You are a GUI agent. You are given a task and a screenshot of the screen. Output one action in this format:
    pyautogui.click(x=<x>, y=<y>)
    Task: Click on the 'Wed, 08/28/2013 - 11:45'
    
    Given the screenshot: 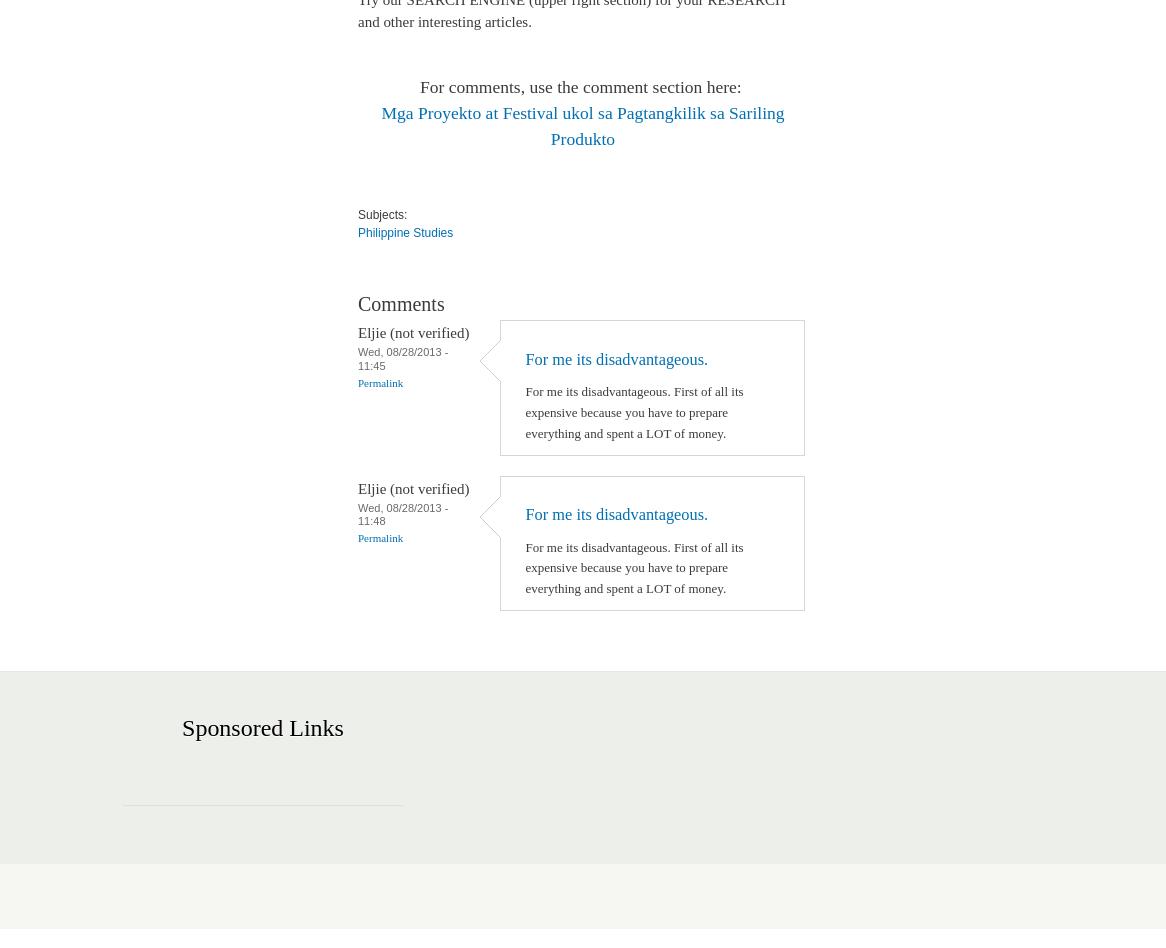 What is the action you would take?
    pyautogui.click(x=402, y=357)
    